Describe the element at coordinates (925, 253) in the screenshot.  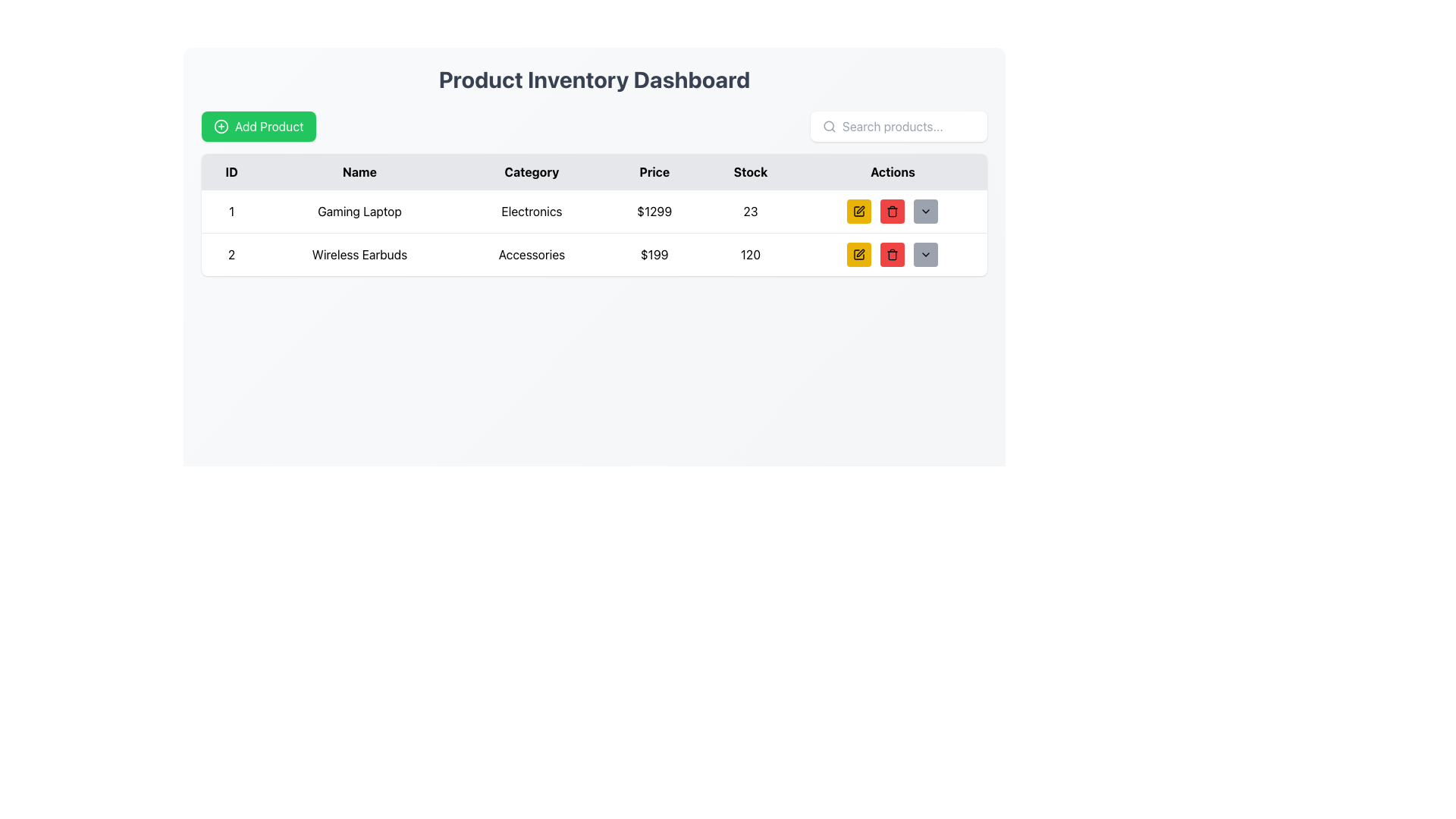
I see `the square button with a gray background and a chevron-down icon located in the 'Actions' column of the second table row` at that location.